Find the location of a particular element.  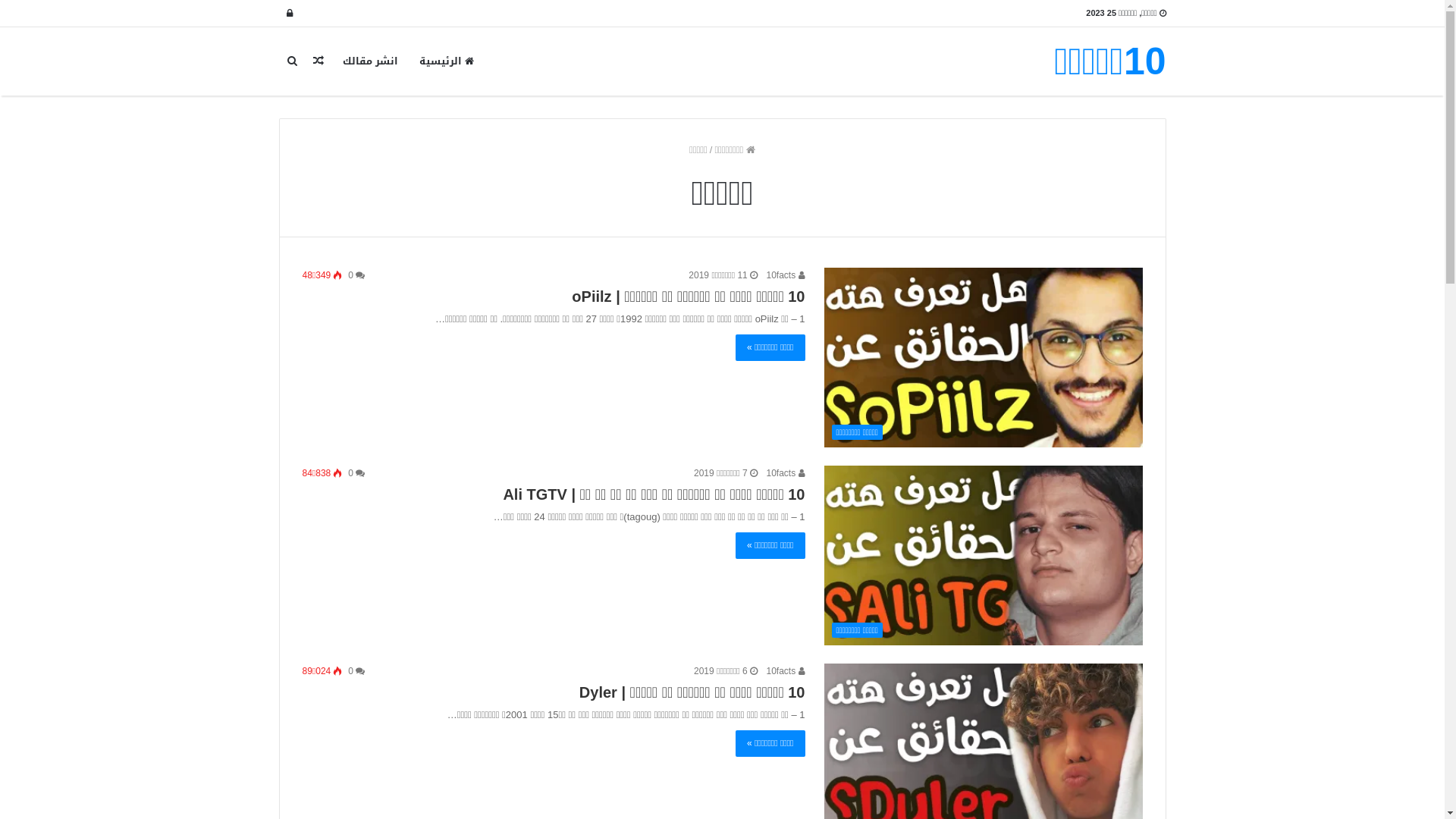

'0' is located at coordinates (356, 472).